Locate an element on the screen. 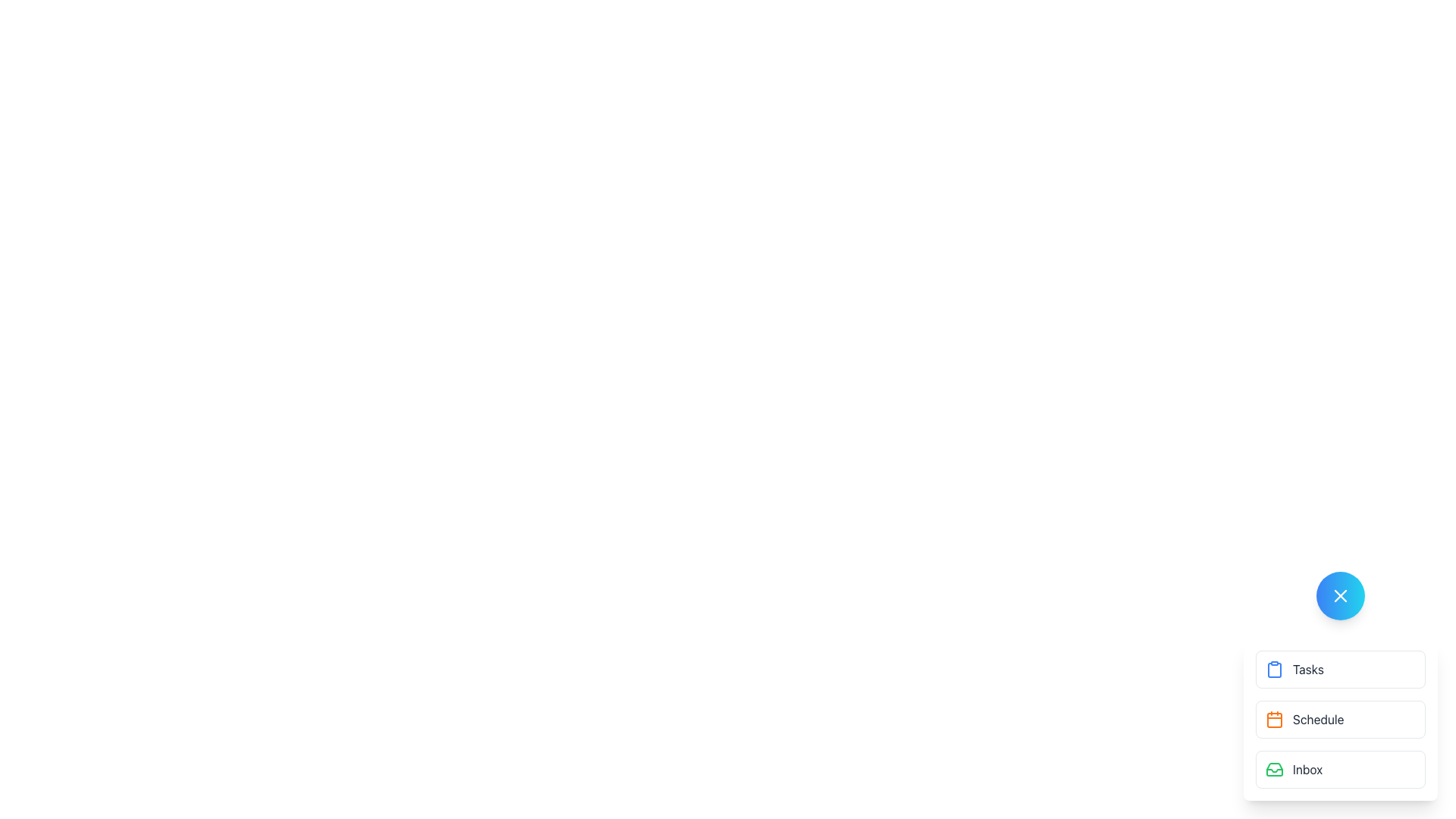  the 'Schedule' text label in the vertical menu, which is the second item from the top is located at coordinates (1317, 718).